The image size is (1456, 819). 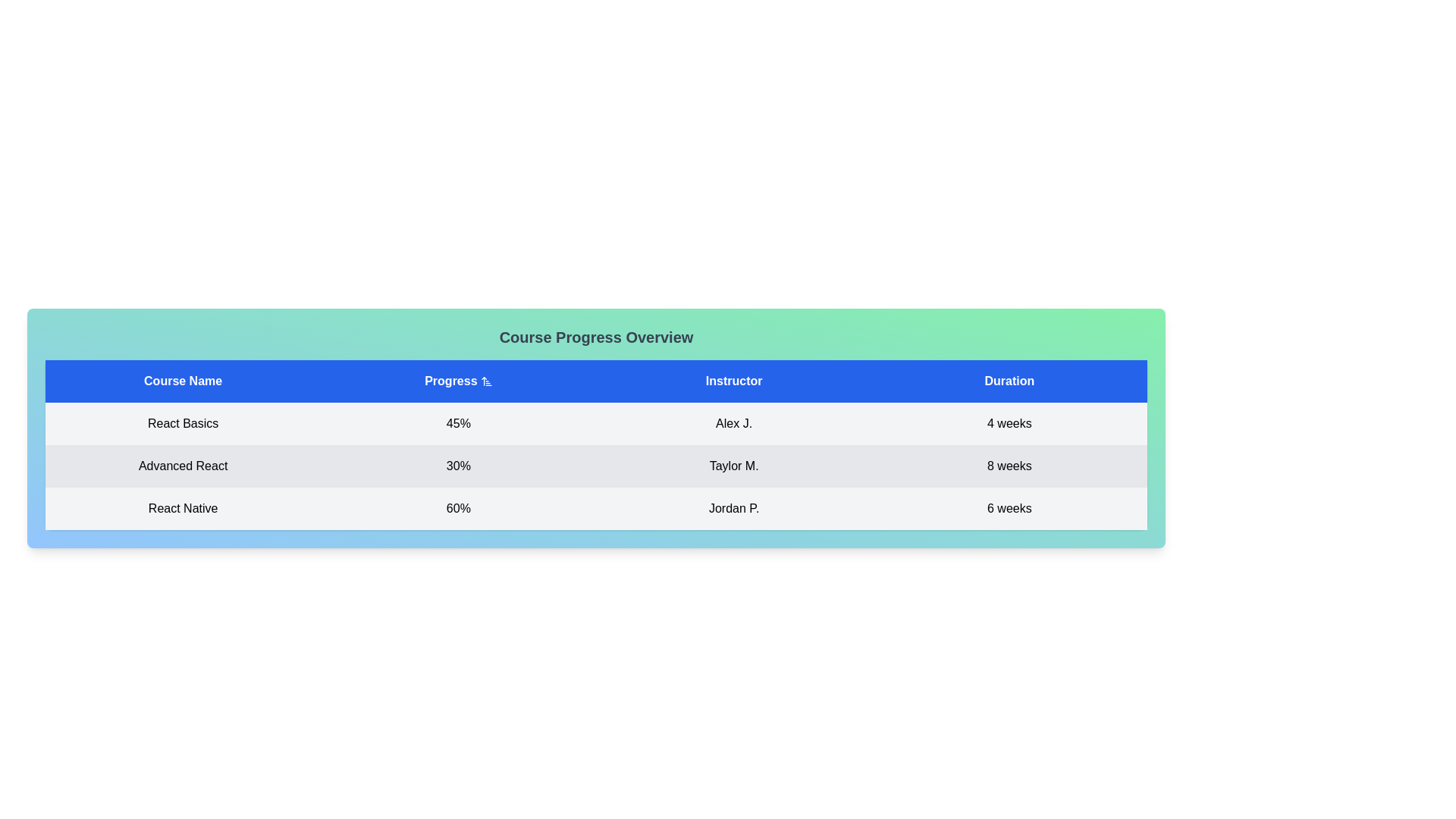 What do you see at coordinates (486, 380) in the screenshot?
I see `the sorting button icon, which is a white arrow against a blue background located in the header section of the table, adjacent to the 'Progress' column title` at bounding box center [486, 380].